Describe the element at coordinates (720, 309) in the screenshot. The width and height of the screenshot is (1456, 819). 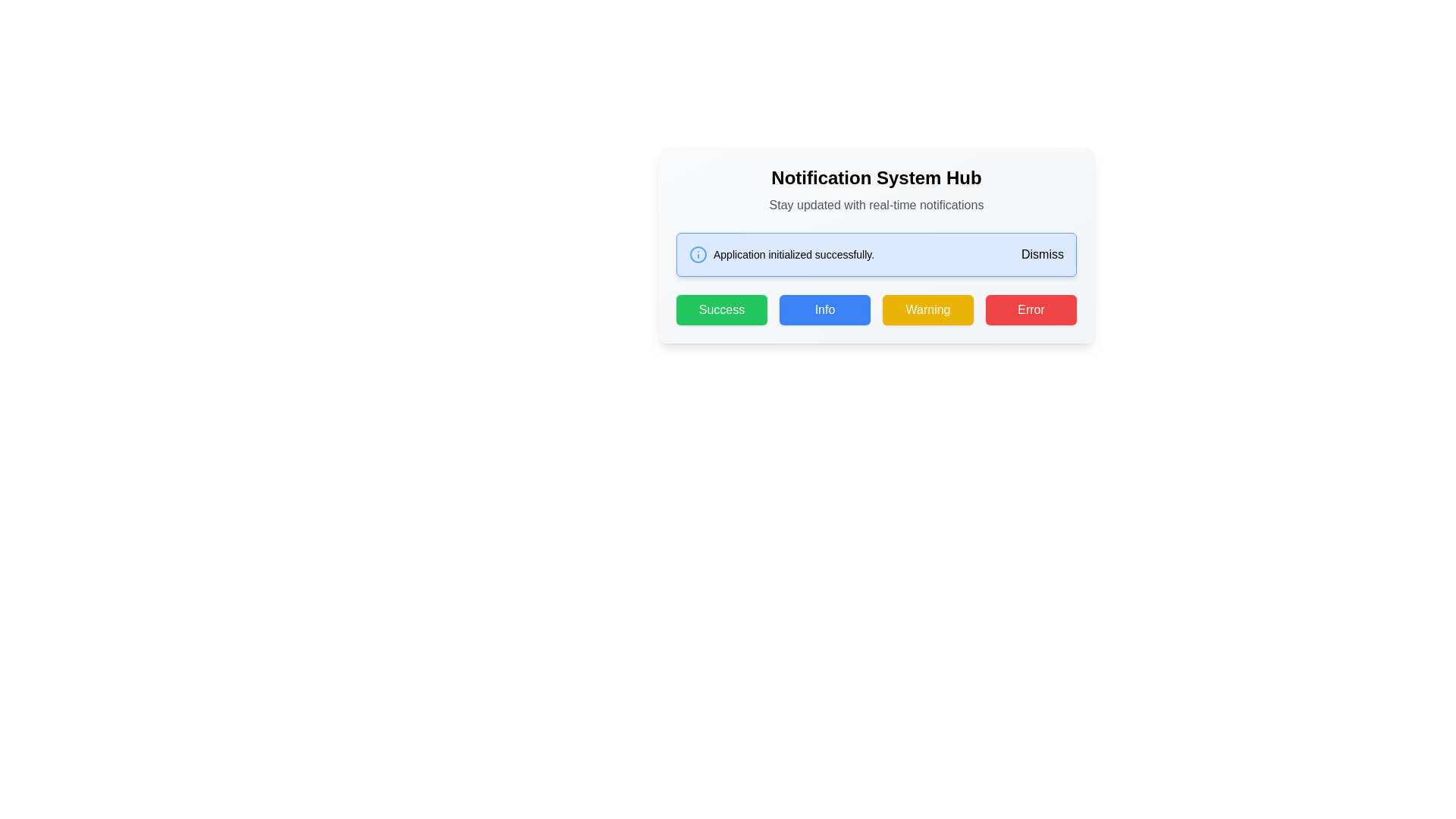
I see `the leftmost button in the horizontal row below the notification message area in the 'Notification System Hub' to confirm or acknowledge a successful action` at that location.